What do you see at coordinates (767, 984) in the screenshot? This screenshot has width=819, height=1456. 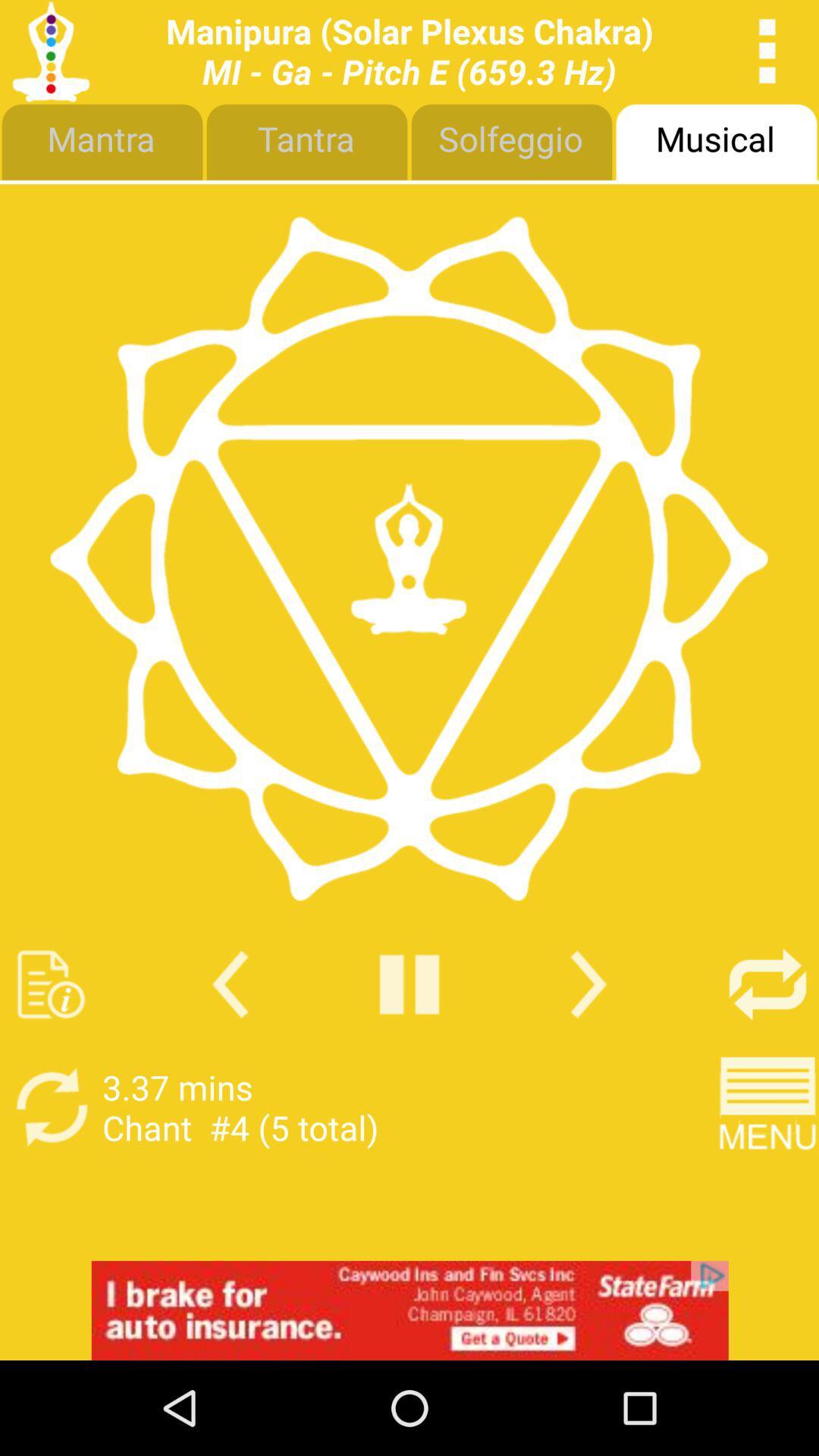 I see `on and off repeat` at bounding box center [767, 984].